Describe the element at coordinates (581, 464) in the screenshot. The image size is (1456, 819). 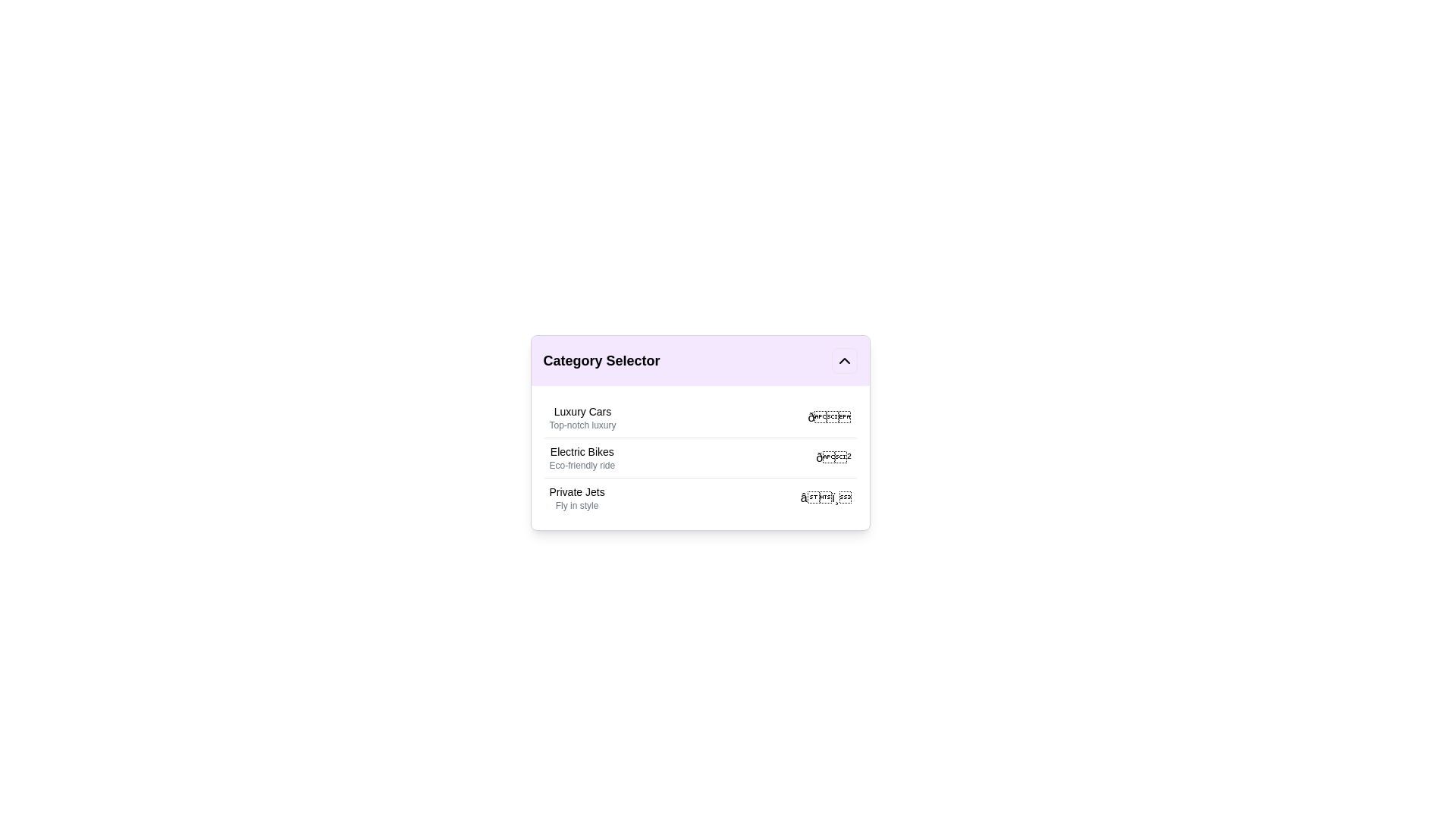
I see `the text label displaying 'Eco-friendly ride', which is styled in gray and positioned beneath the 'Electric Bikes' heading` at that location.